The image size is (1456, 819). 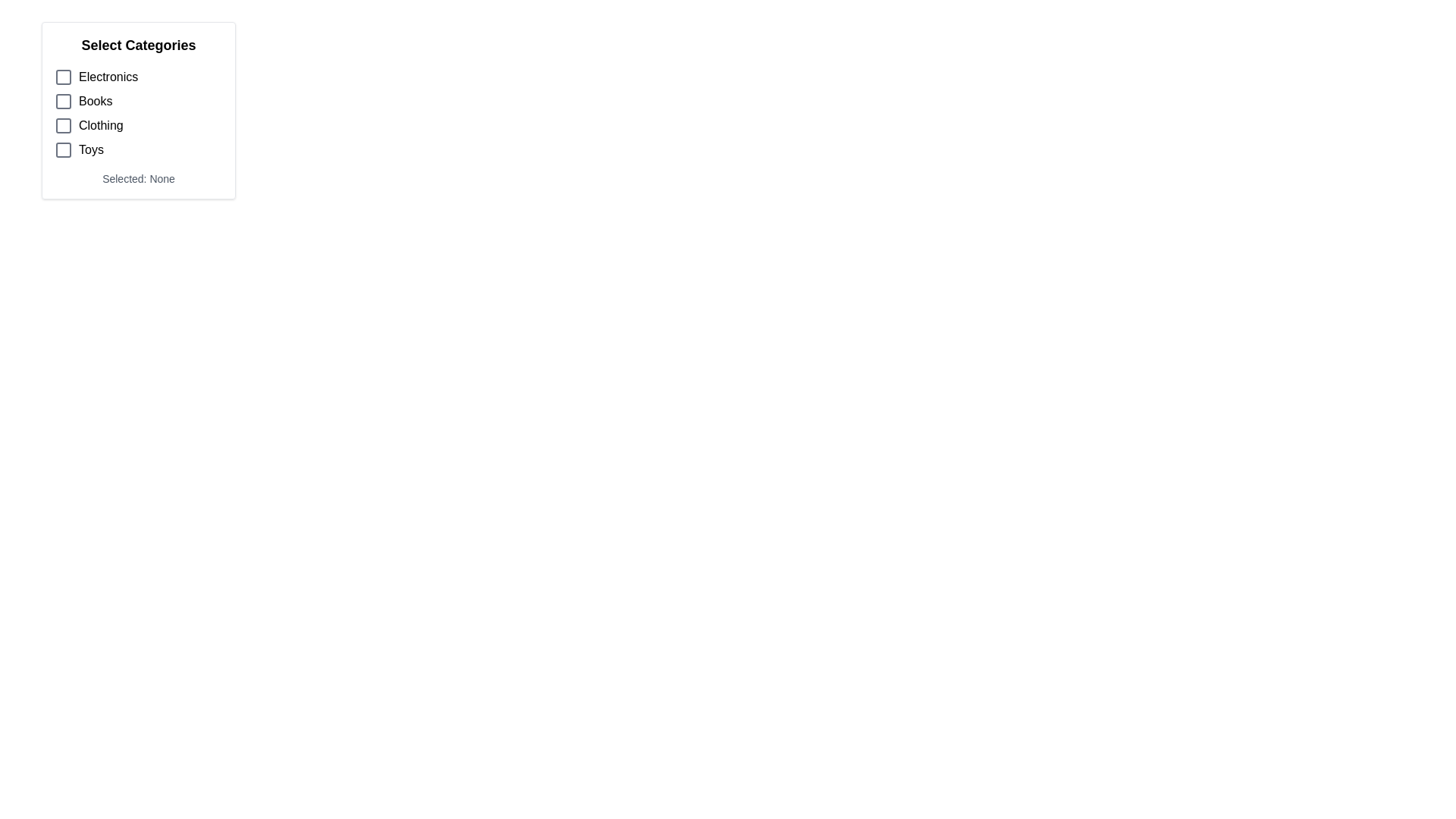 What do you see at coordinates (138, 102) in the screenshot?
I see `the checkbox for the 'Books' category in the 'Select Categories' box` at bounding box center [138, 102].